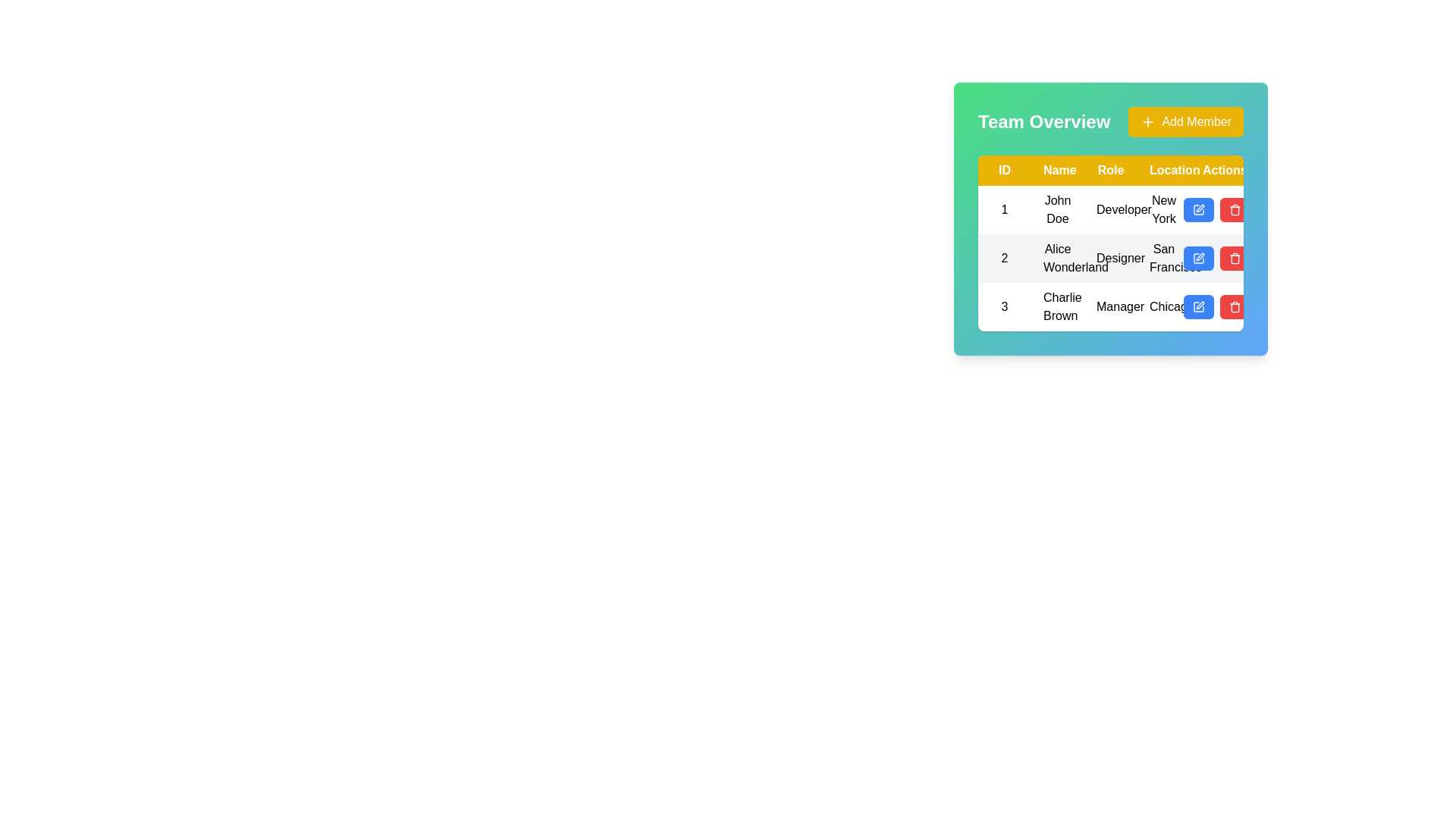  Describe the element at coordinates (1004, 257) in the screenshot. I see `the table cell containing the text '2' located in the first column of the second row, directly below the header labeled 'ID'` at that location.